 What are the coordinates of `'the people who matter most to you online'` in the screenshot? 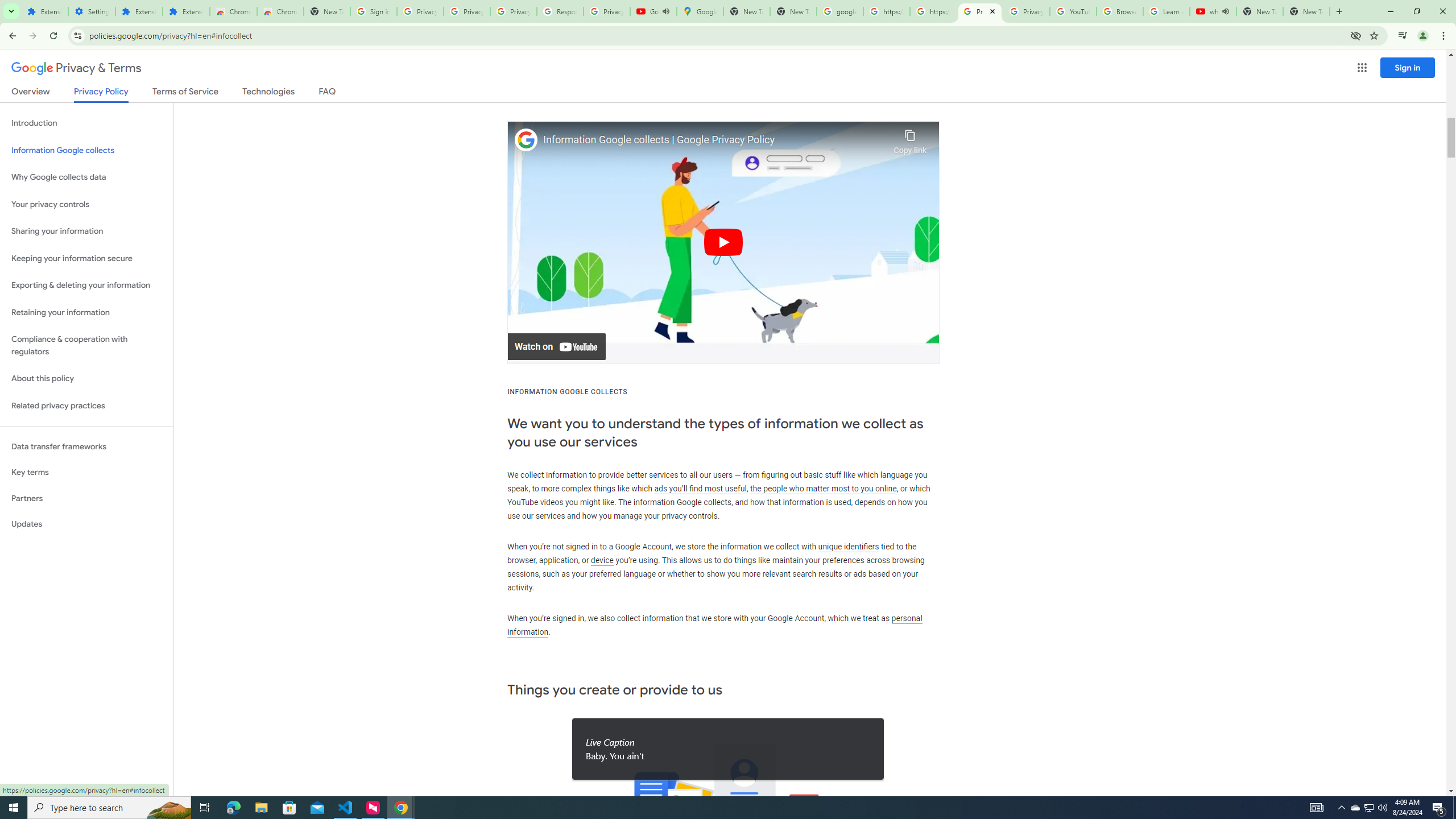 It's located at (823, 487).